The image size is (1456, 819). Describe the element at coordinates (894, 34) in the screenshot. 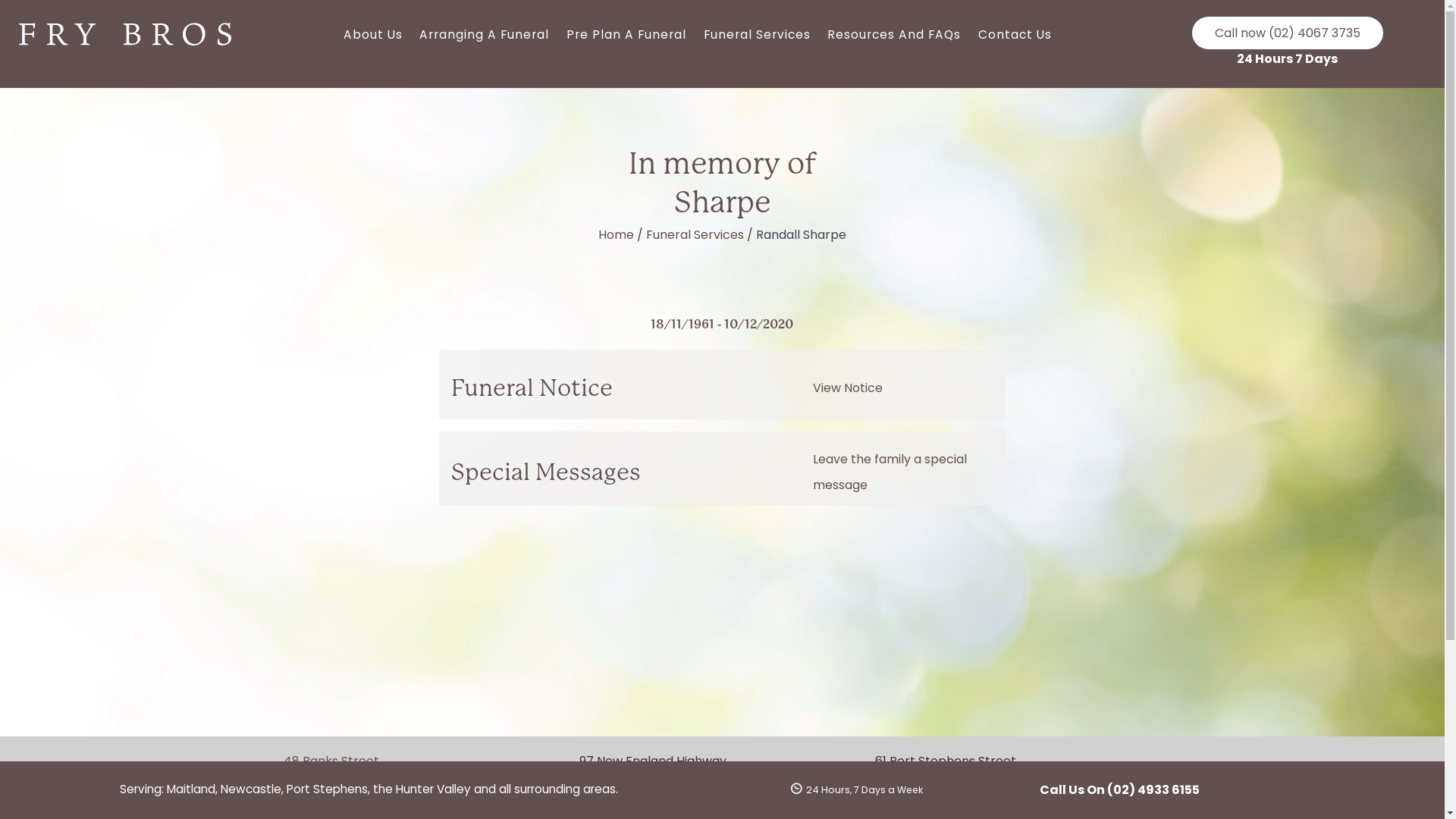

I see `'Resources And FAQs'` at that location.